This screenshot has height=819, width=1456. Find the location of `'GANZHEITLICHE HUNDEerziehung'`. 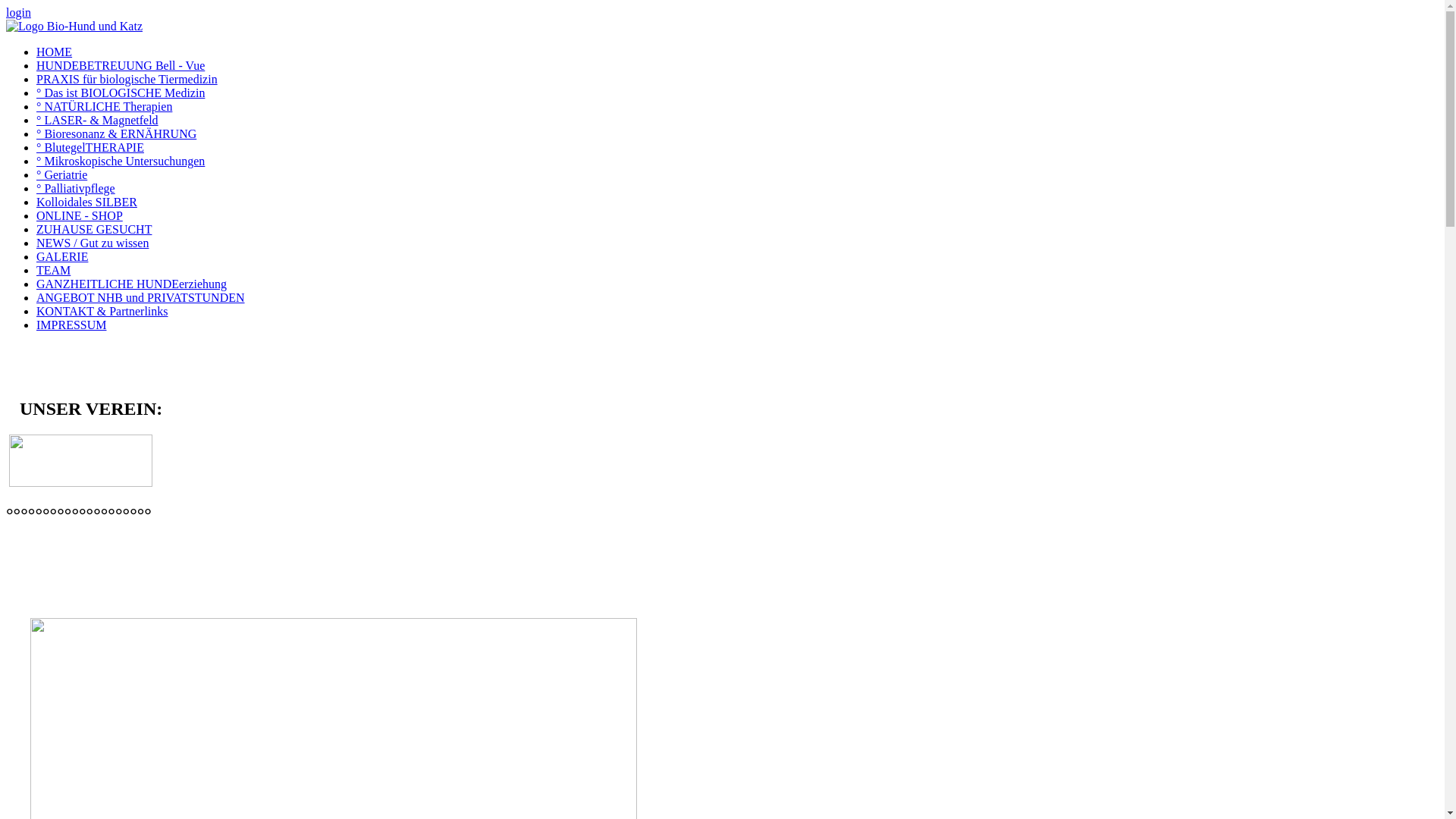

'GANZHEITLICHE HUNDEerziehung' is located at coordinates (131, 284).